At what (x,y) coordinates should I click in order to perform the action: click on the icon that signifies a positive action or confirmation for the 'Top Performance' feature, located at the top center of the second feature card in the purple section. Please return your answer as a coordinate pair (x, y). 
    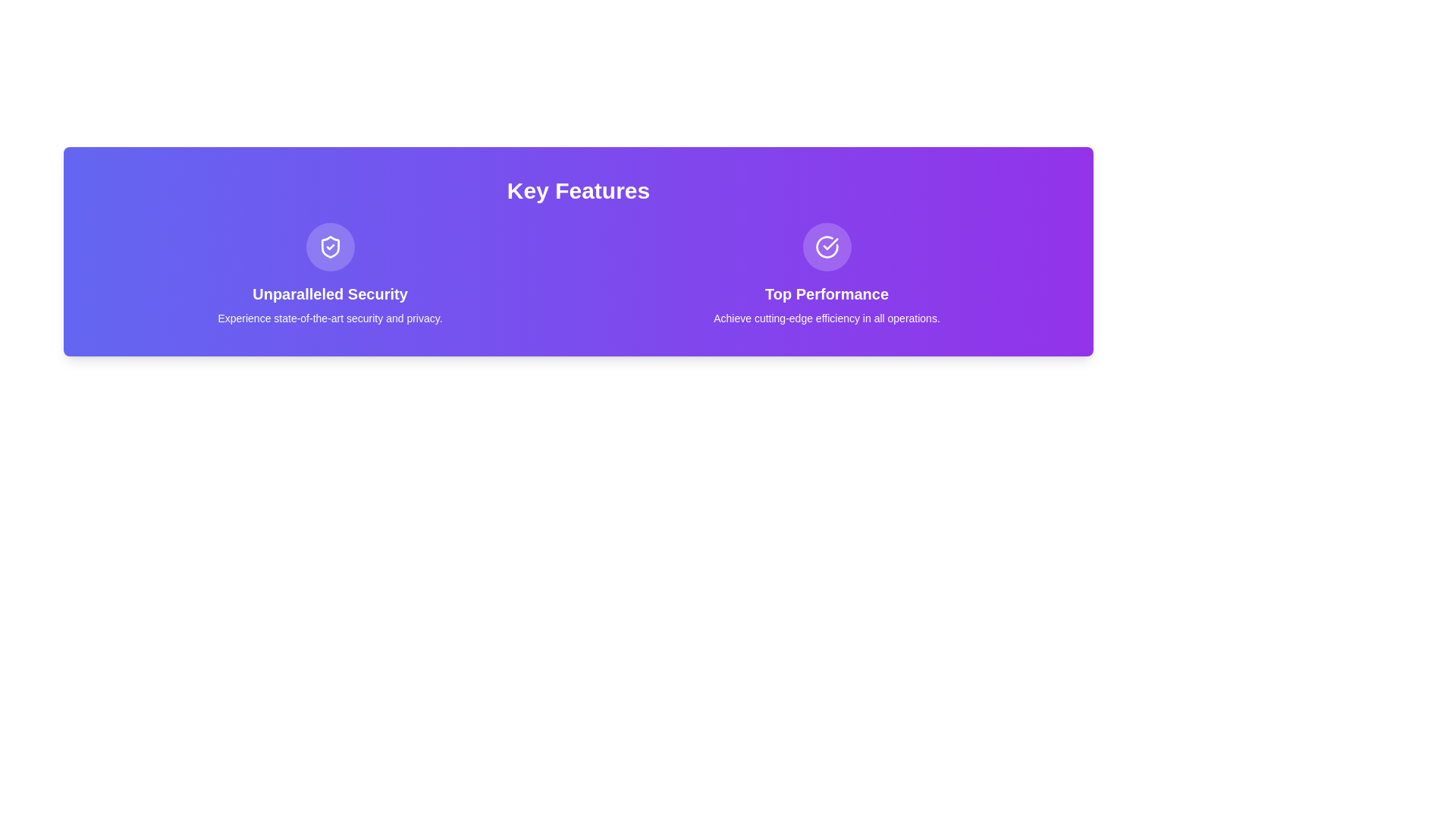
    Looking at the image, I should click on (826, 246).